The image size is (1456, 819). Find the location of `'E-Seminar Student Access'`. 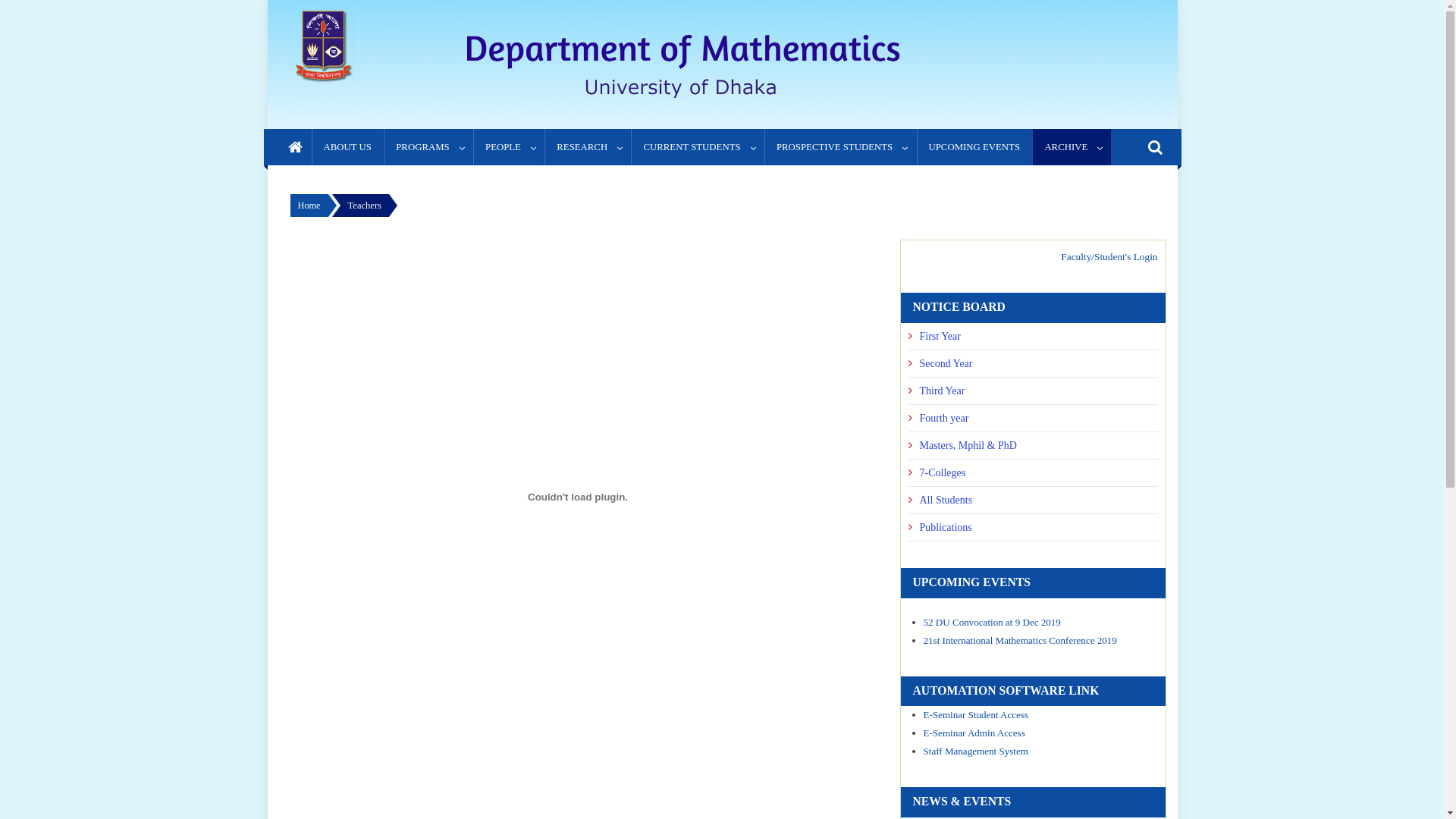

'E-Seminar Student Access' is located at coordinates (976, 714).